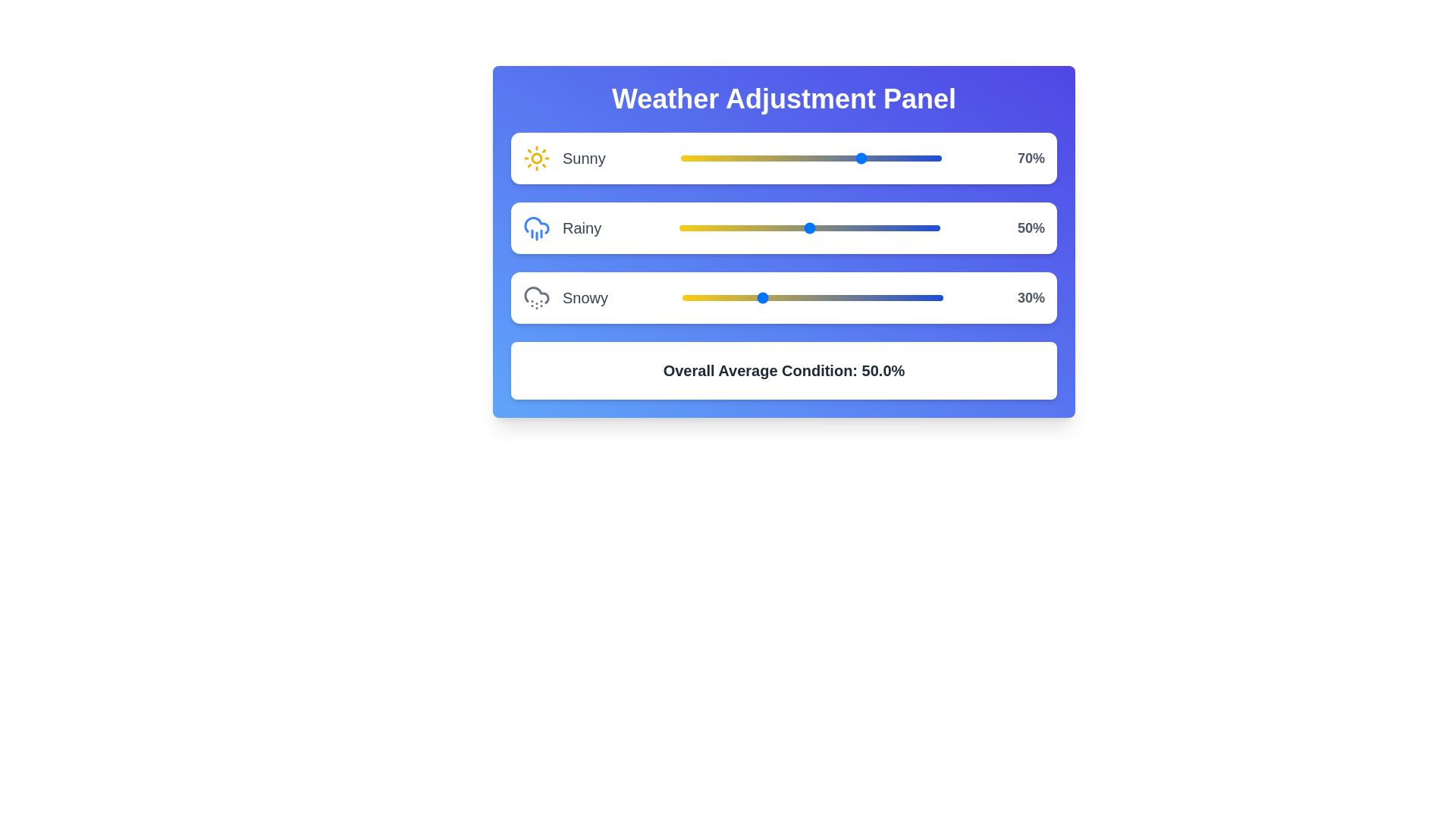  Describe the element at coordinates (581, 227) in the screenshot. I see `the text label displaying 'Rainy' in a large, gray, capitalized font, located in the second row of the weather adjustment panel` at that location.